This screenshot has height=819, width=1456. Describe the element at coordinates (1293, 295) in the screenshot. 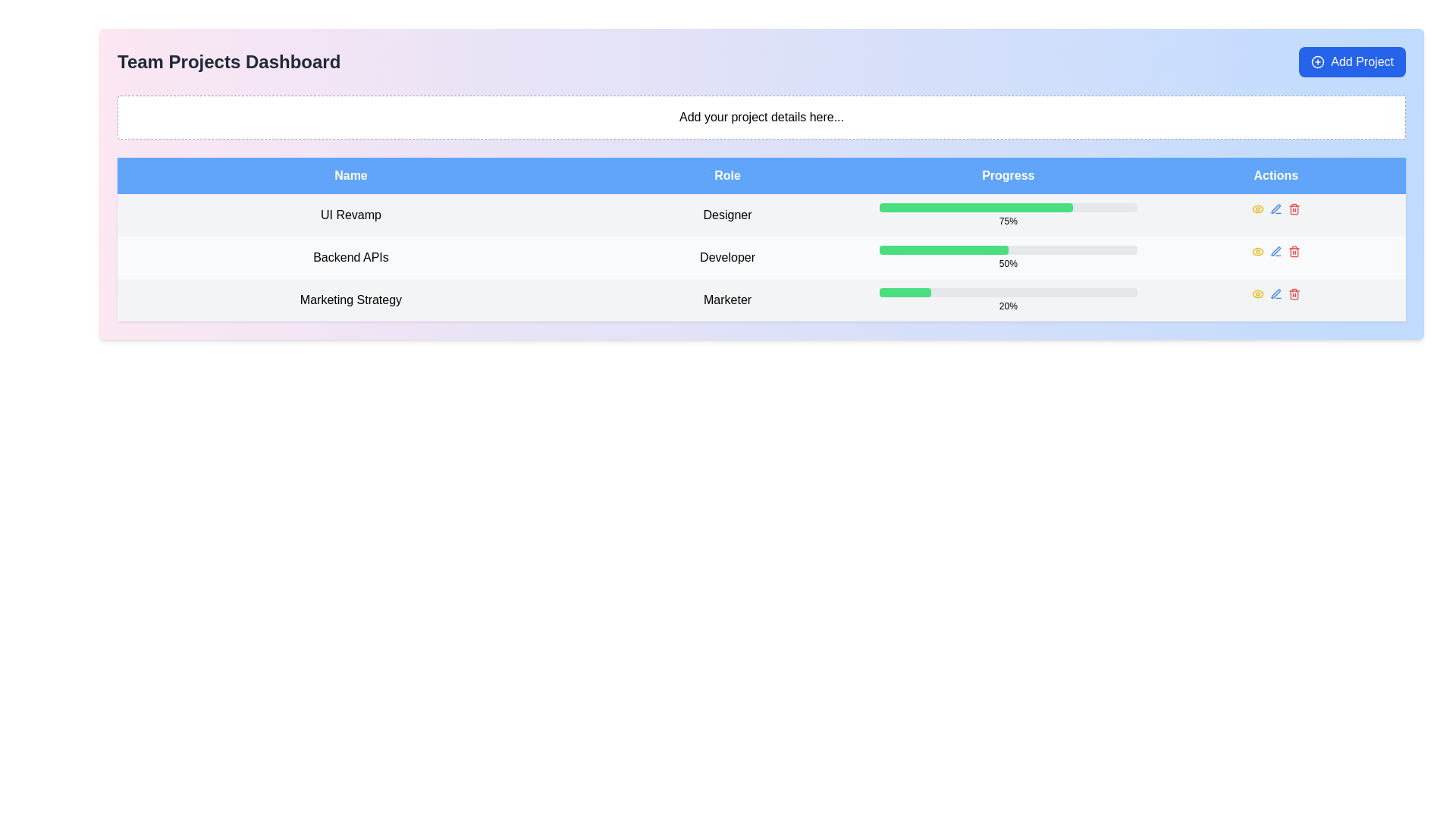

I see `the red trashcan icon button in the 'Actions' column of the table` at that location.